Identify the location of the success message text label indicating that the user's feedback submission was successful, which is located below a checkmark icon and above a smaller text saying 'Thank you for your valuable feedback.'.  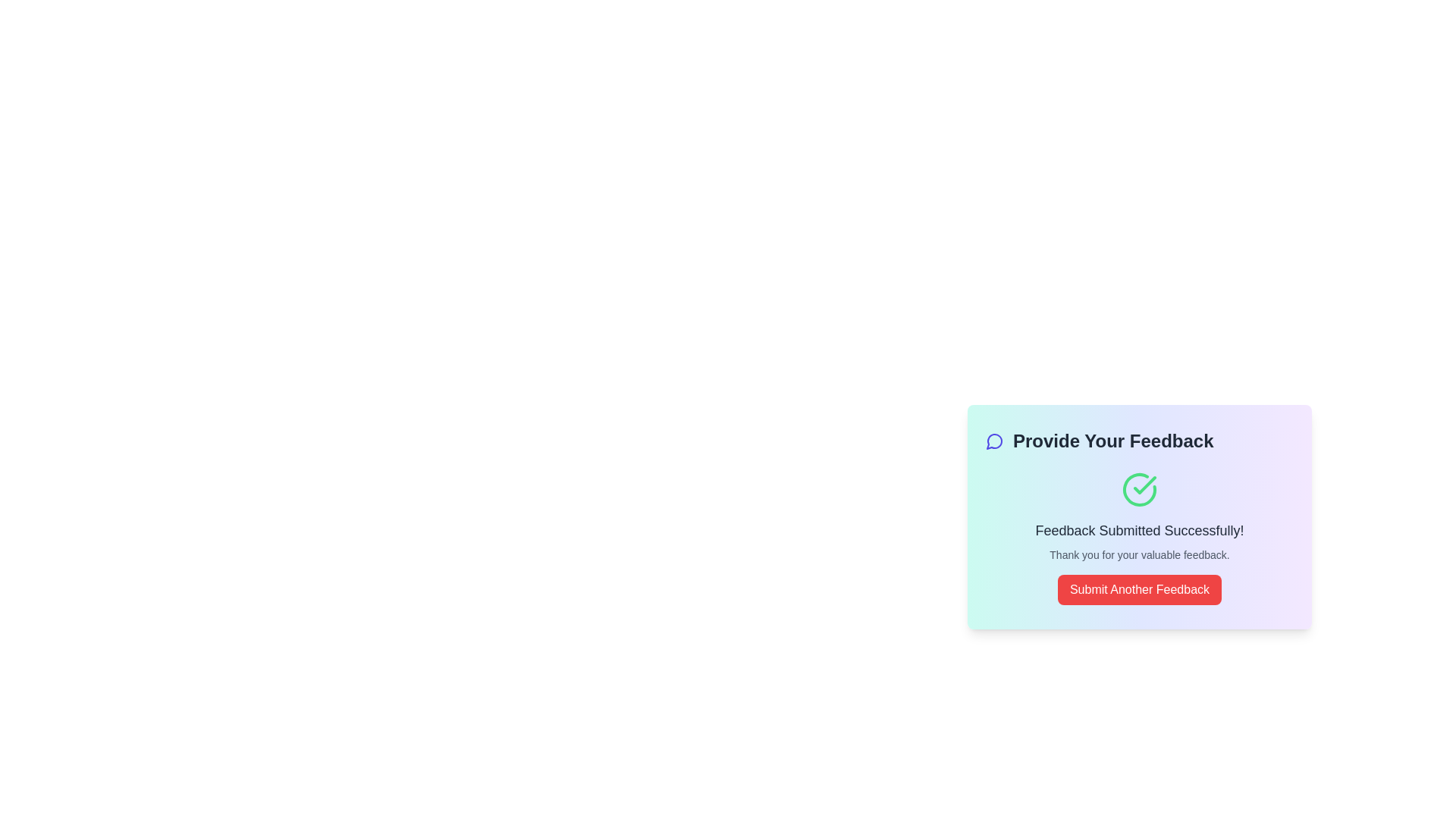
(1139, 529).